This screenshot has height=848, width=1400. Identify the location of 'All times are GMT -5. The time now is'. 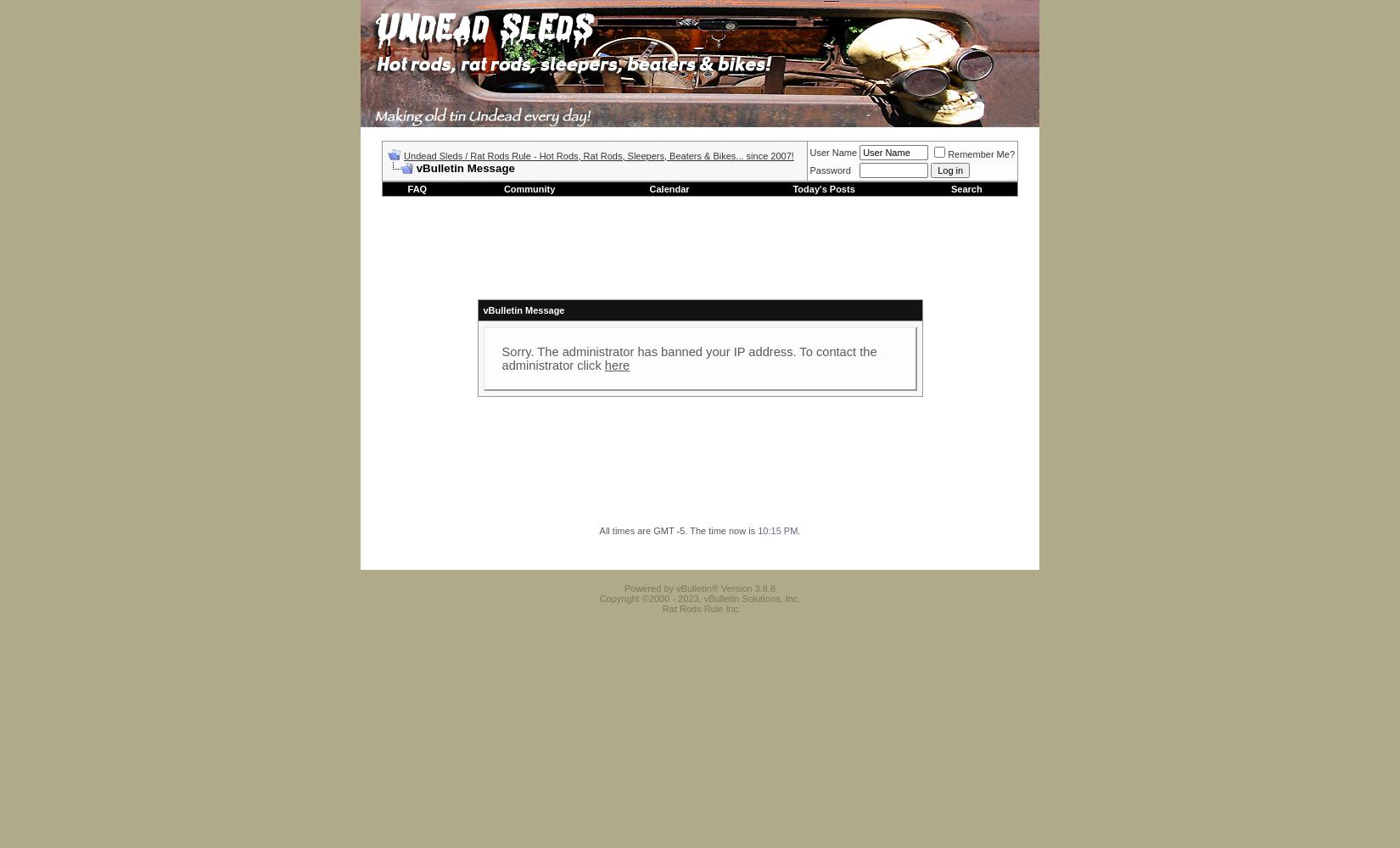
(677, 531).